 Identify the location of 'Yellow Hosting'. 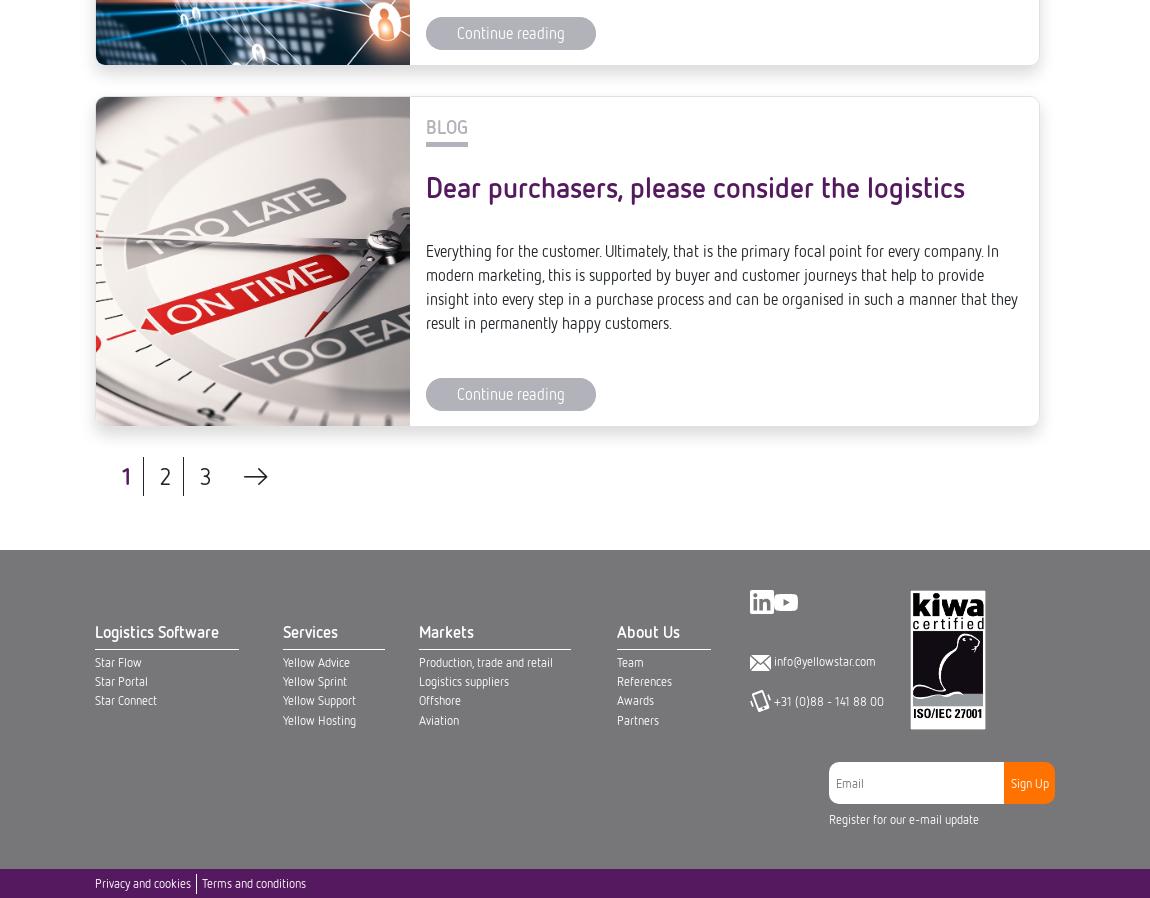
(318, 41).